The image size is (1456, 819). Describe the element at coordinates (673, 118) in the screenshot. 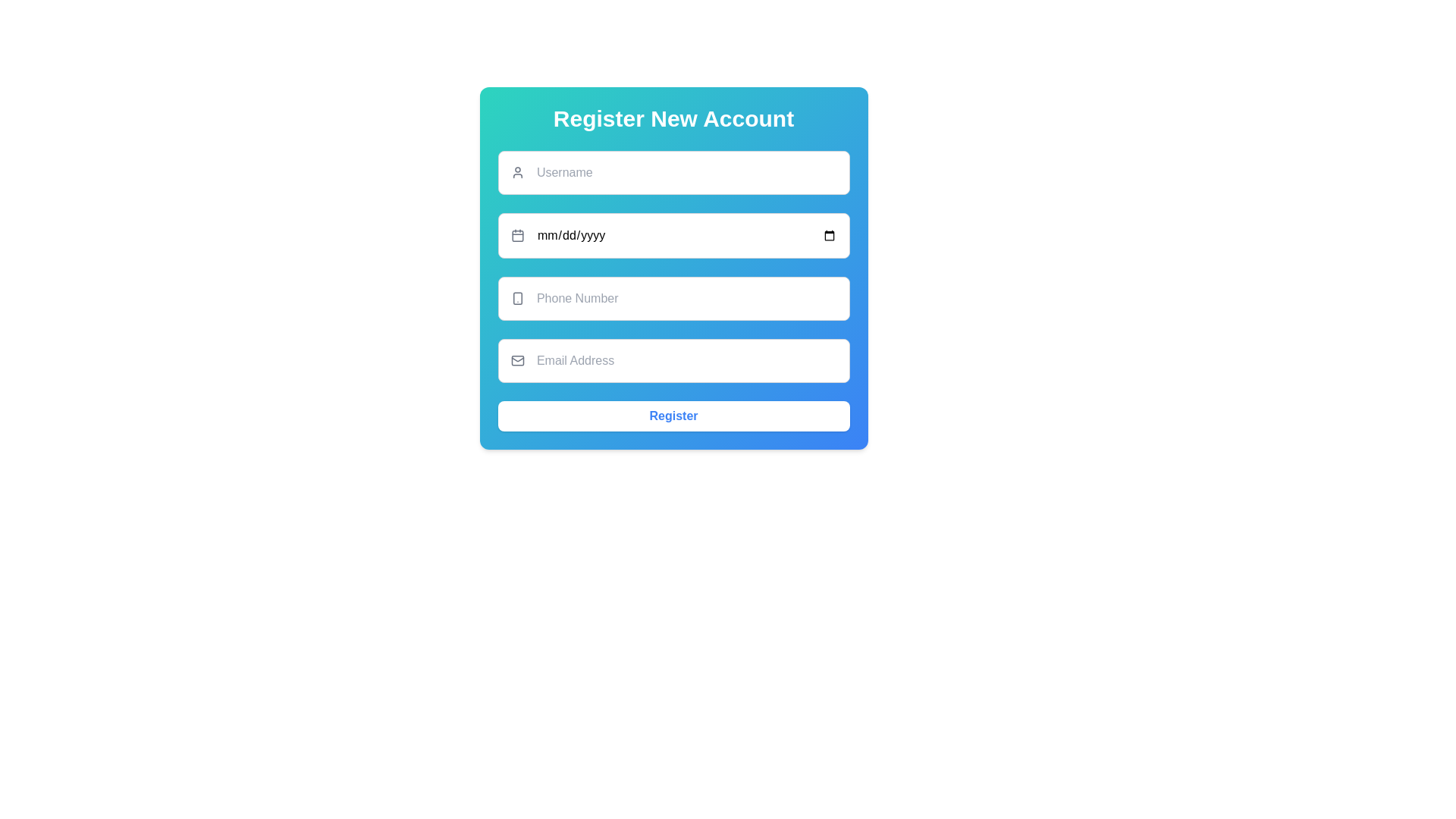

I see `the header text of the registration form, which serves as a title indicating the purpose of the displayed form` at that location.